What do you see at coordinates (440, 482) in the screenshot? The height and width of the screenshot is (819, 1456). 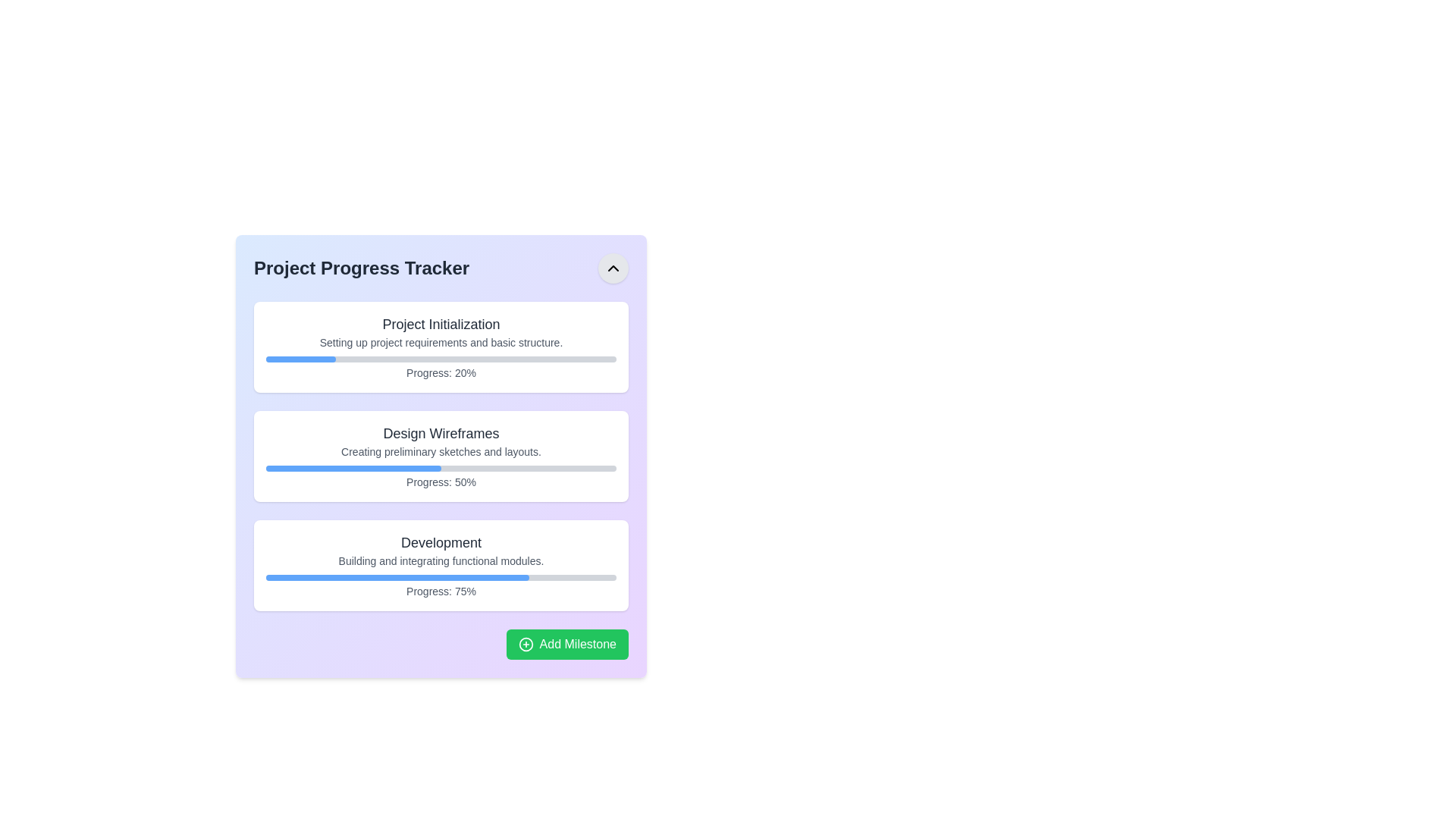 I see `the informational Text label that shows the progress of the 'Design Wireframes' task, located below the progress bar` at bounding box center [440, 482].